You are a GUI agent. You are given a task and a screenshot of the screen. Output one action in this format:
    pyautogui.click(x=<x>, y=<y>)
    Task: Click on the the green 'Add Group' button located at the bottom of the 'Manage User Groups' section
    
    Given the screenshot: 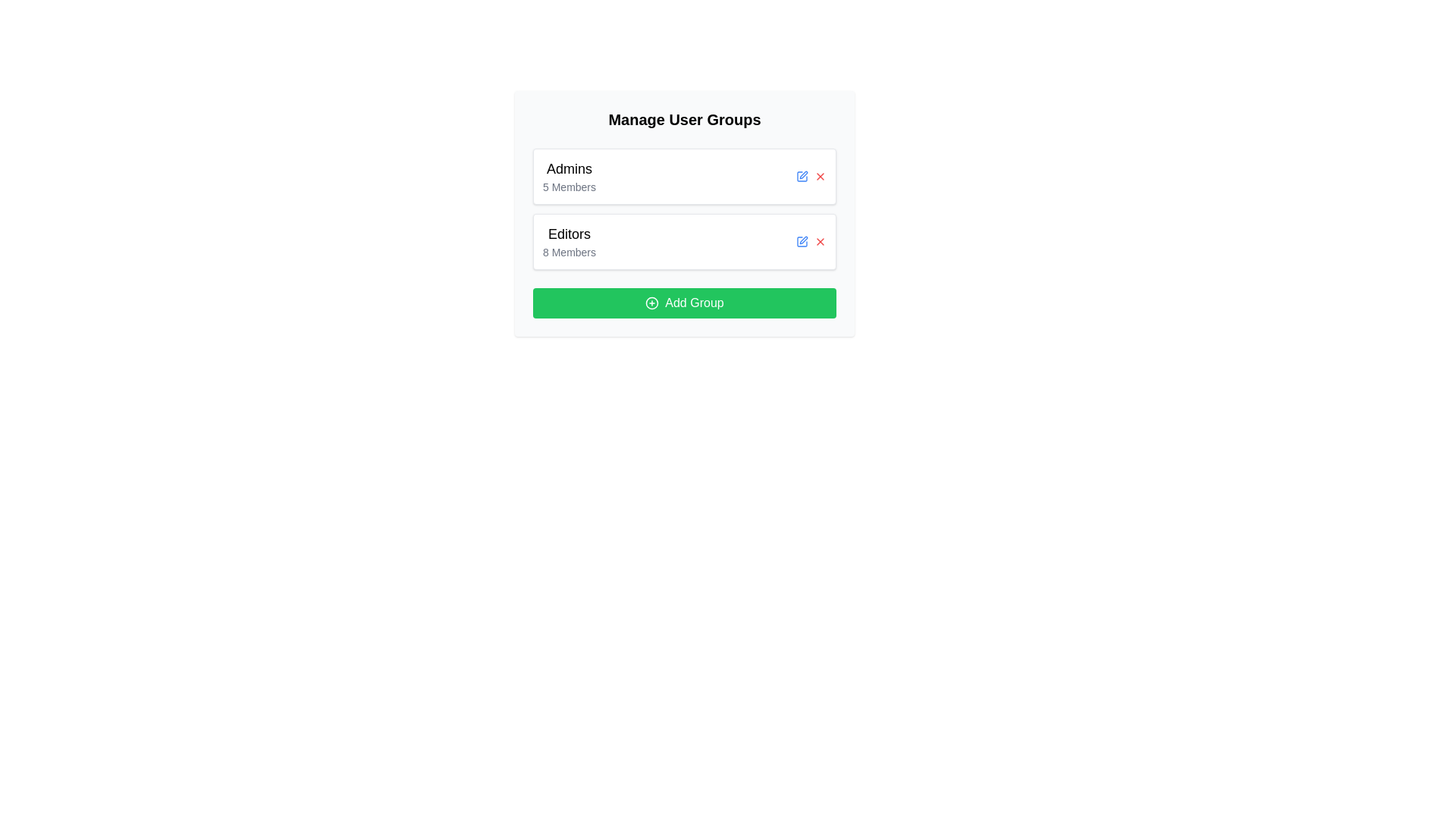 What is the action you would take?
    pyautogui.click(x=683, y=303)
    